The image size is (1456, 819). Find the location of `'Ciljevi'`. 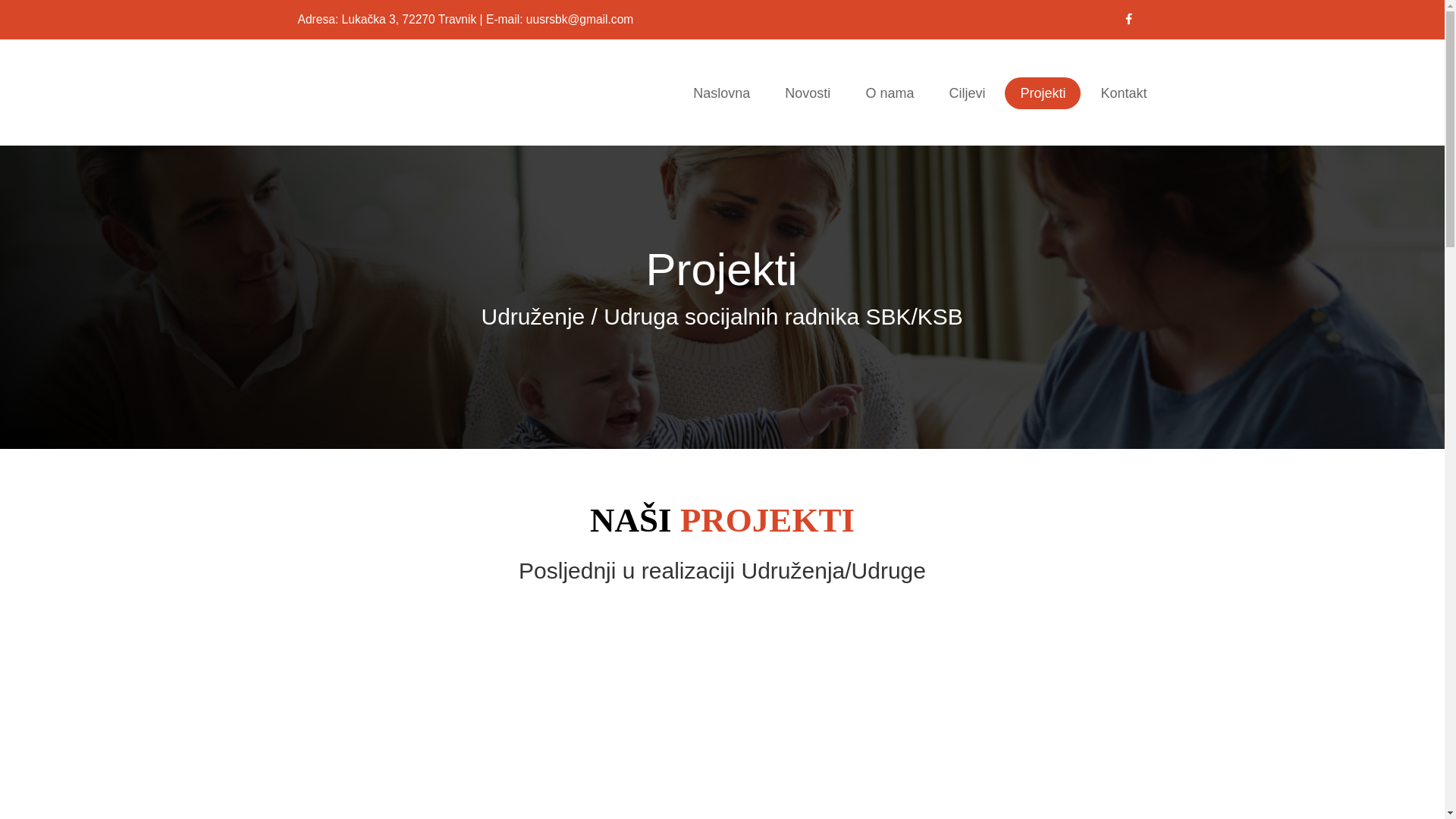

'Ciljevi' is located at coordinates (966, 93).